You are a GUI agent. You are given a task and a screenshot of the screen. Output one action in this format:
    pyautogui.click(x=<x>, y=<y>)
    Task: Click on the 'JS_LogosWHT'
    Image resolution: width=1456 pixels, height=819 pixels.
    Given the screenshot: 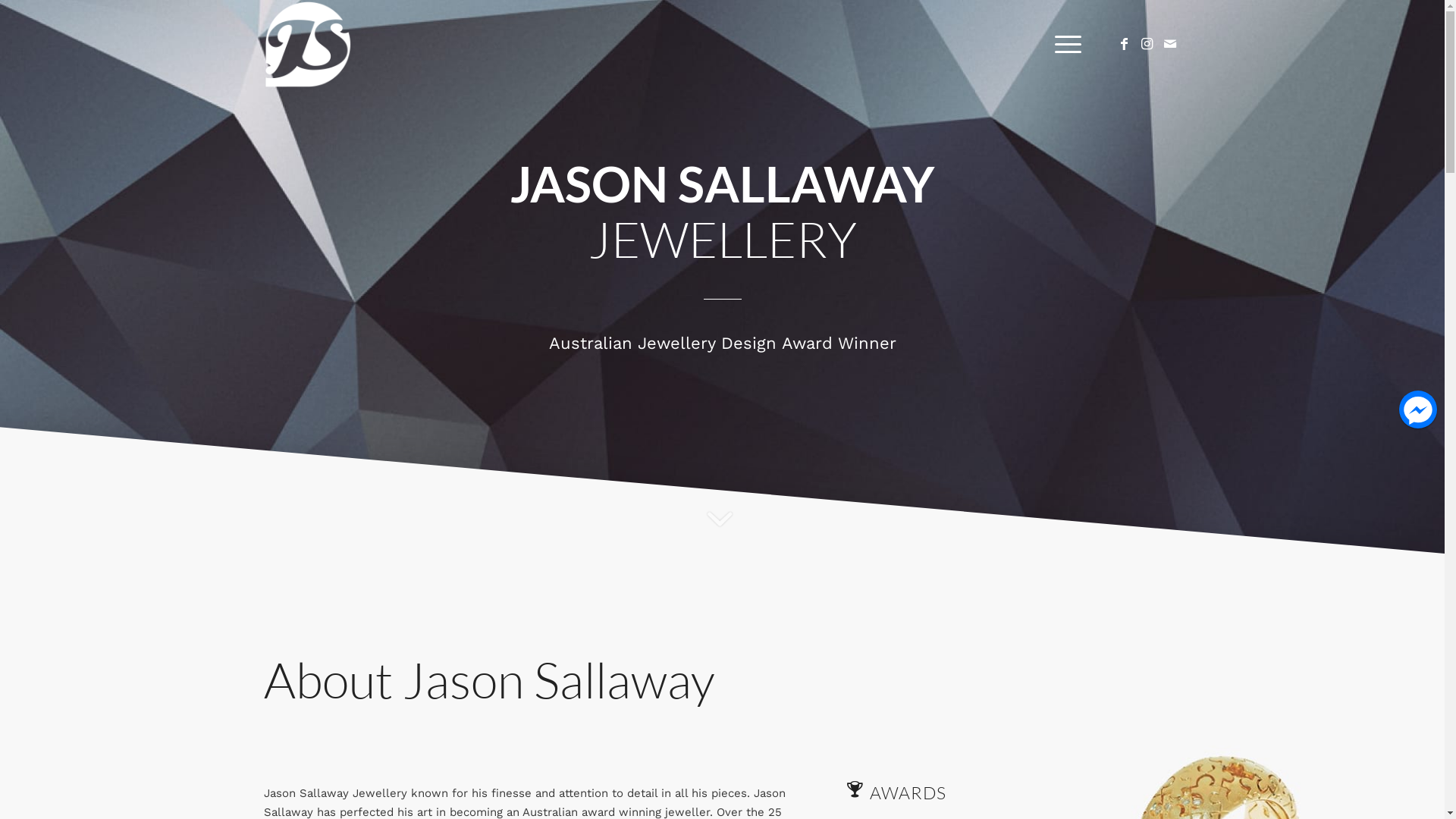 What is the action you would take?
    pyautogui.click(x=307, y=43)
    